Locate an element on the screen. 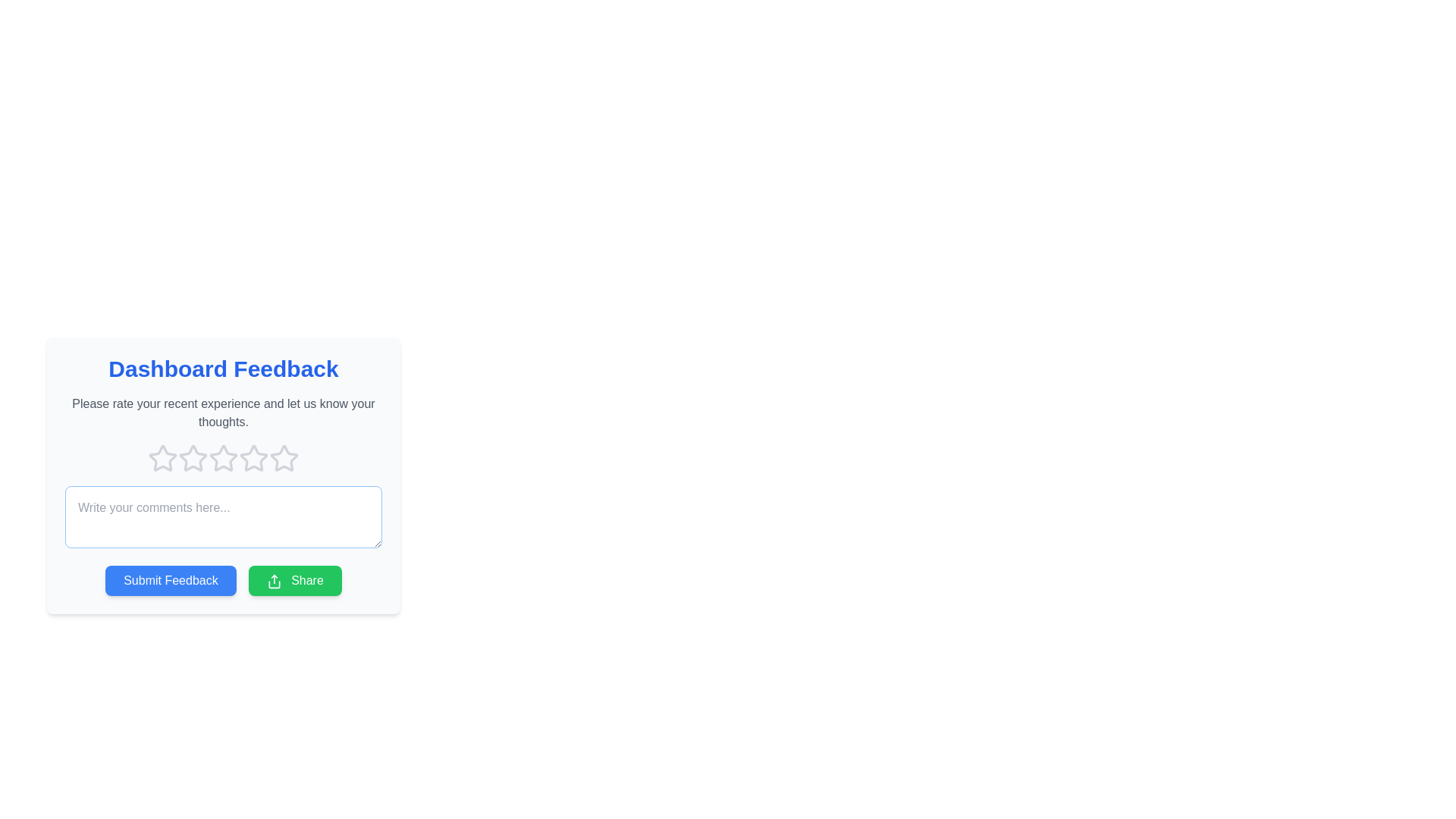 The height and width of the screenshot is (819, 1456). the second star icon in the rating system below the 'Dashboard Feedback' heading is located at coordinates (222, 457).